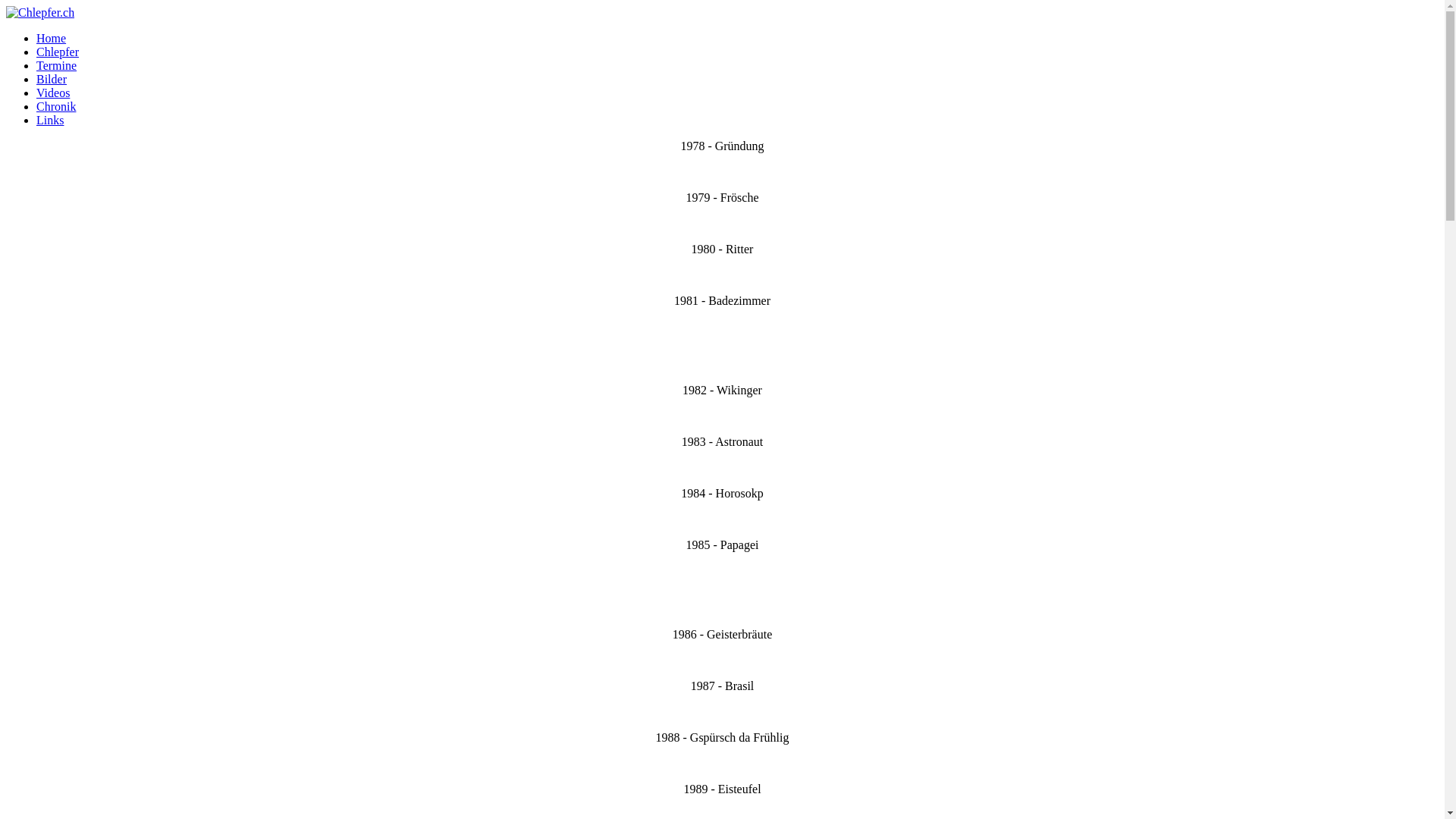 The height and width of the screenshot is (819, 1456). I want to click on 'Termine', so click(36, 64).